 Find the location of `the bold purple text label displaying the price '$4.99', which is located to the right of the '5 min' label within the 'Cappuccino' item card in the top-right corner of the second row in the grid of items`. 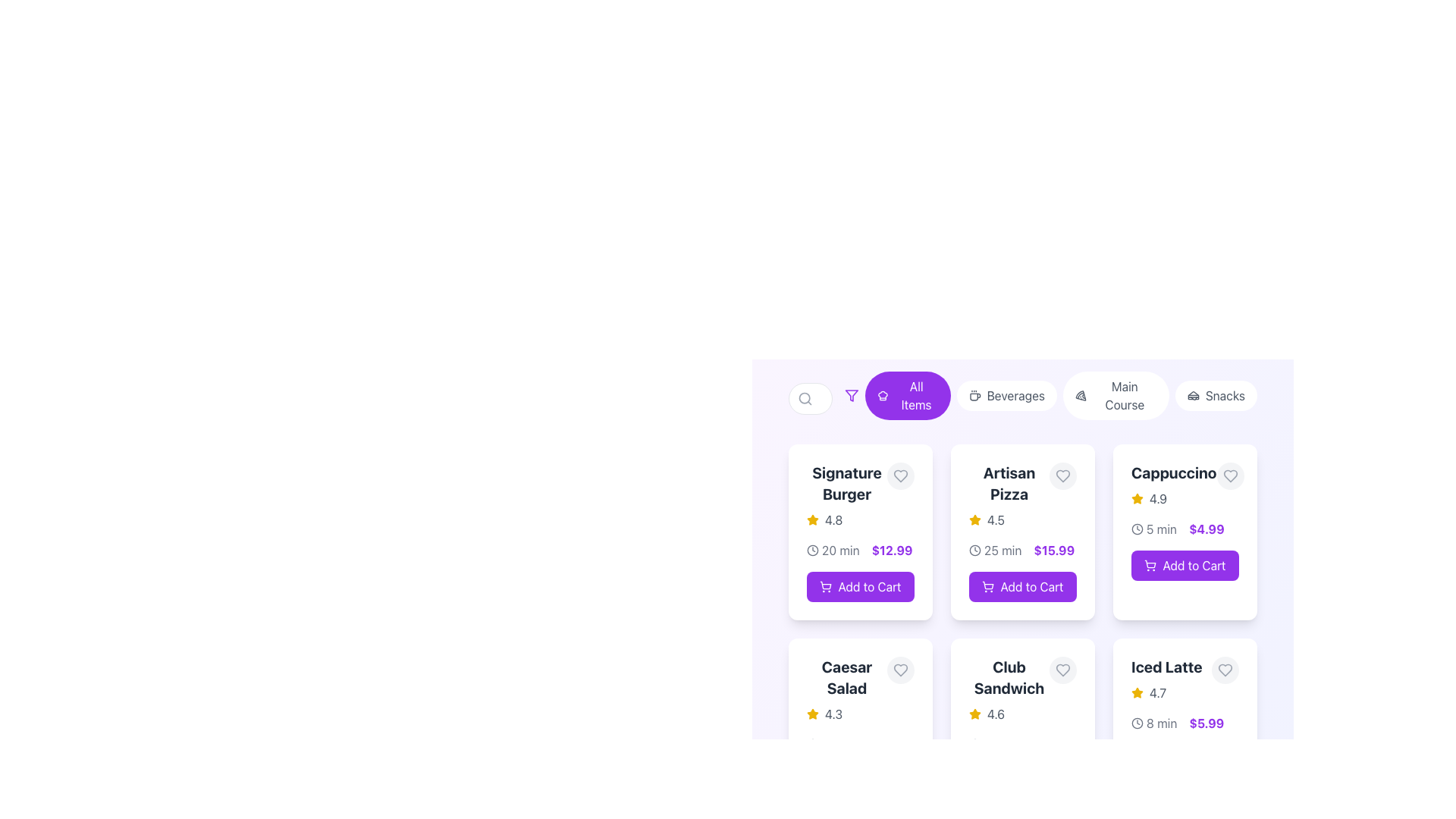

the bold purple text label displaying the price '$4.99', which is located to the right of the '5 min' label within the 'Cappuccino' item card in the top-right corner of the second row in the grid of items is located at coordinates (1206, 529).